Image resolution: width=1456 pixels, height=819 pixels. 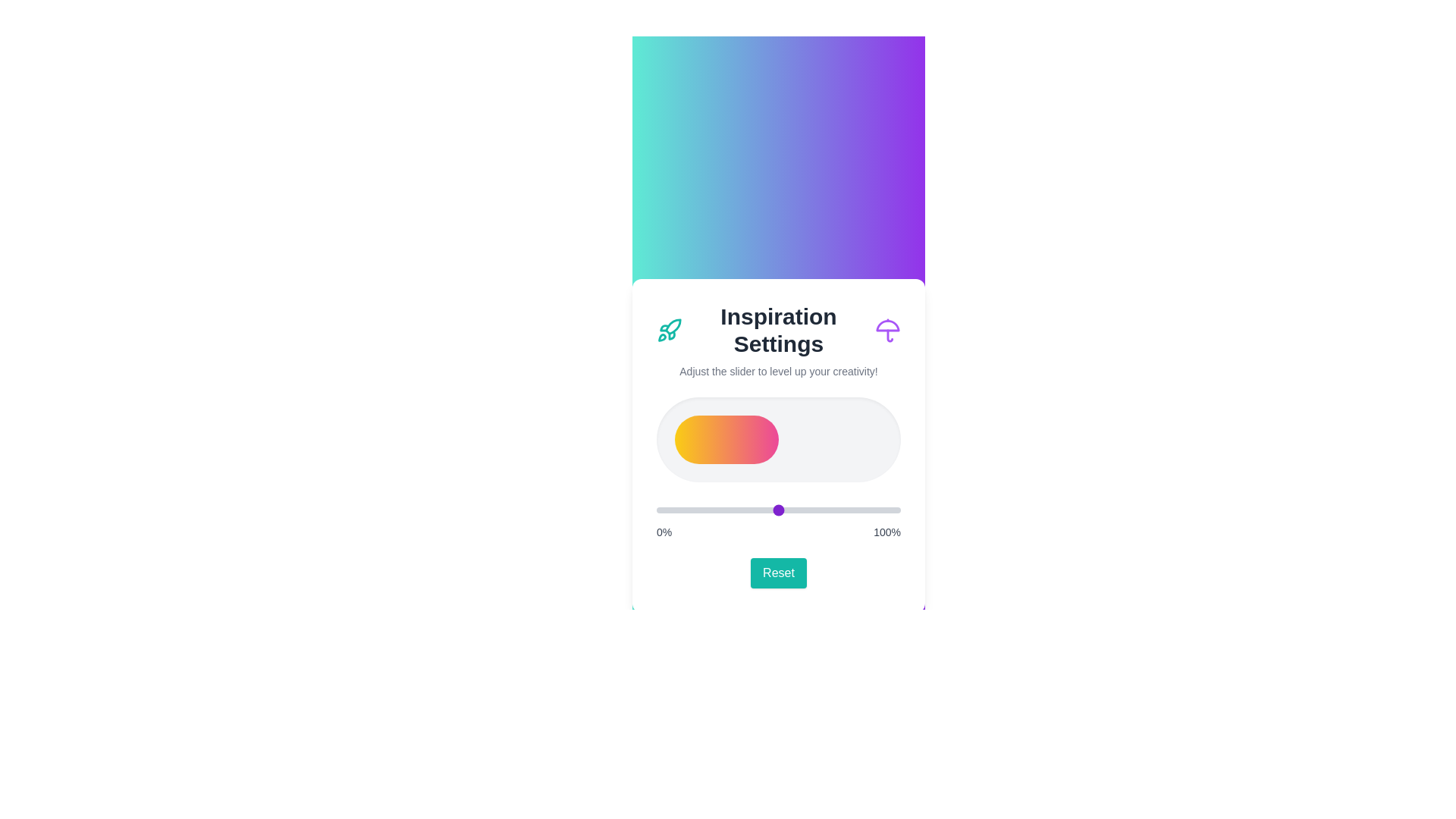 What do you see at coordinates (730, 510) in the screenshot?
I see `the slider to 30%` at bounding box center [730, 510].